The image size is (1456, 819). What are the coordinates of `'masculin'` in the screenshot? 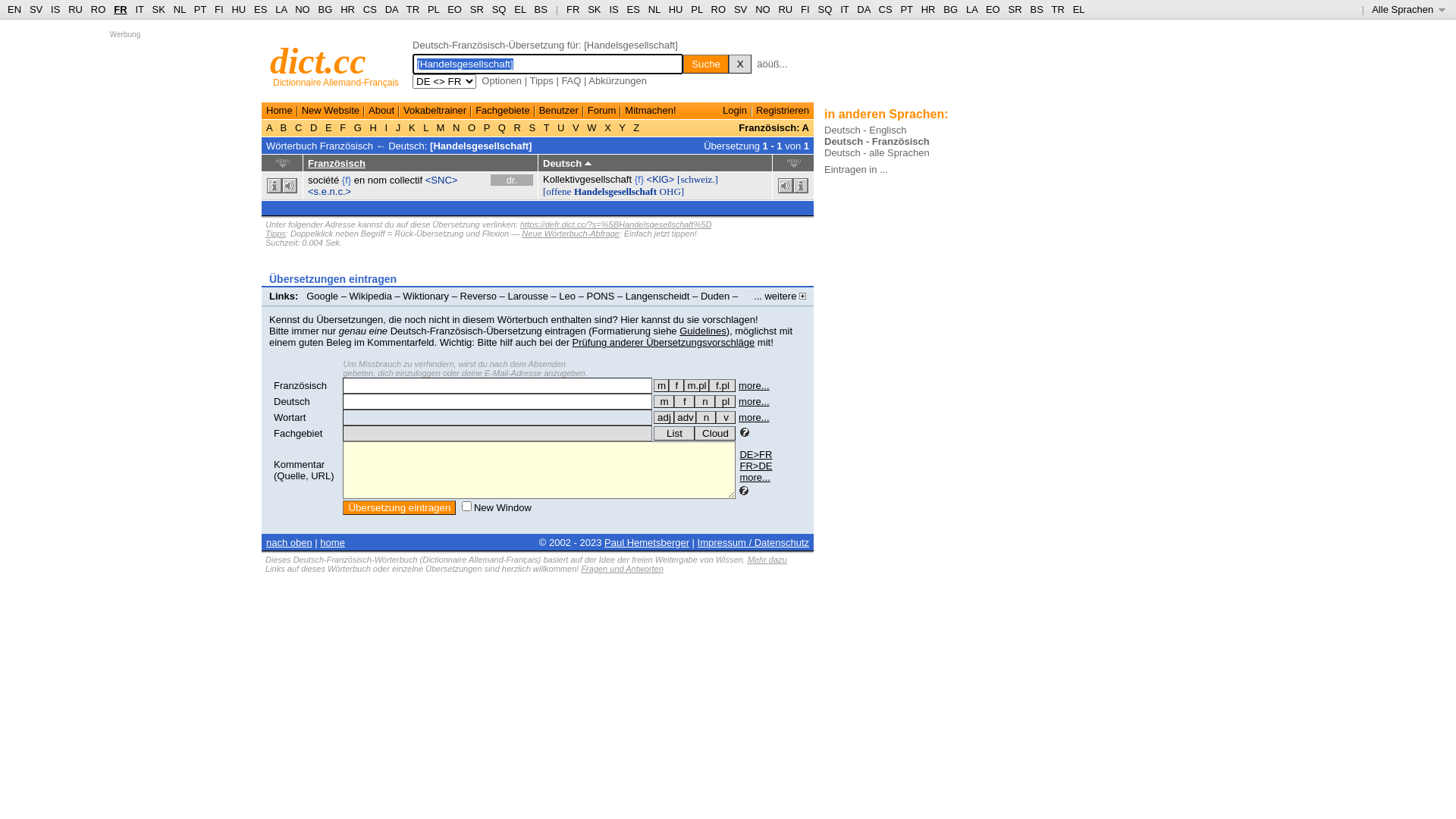 It's located at (661, 384).